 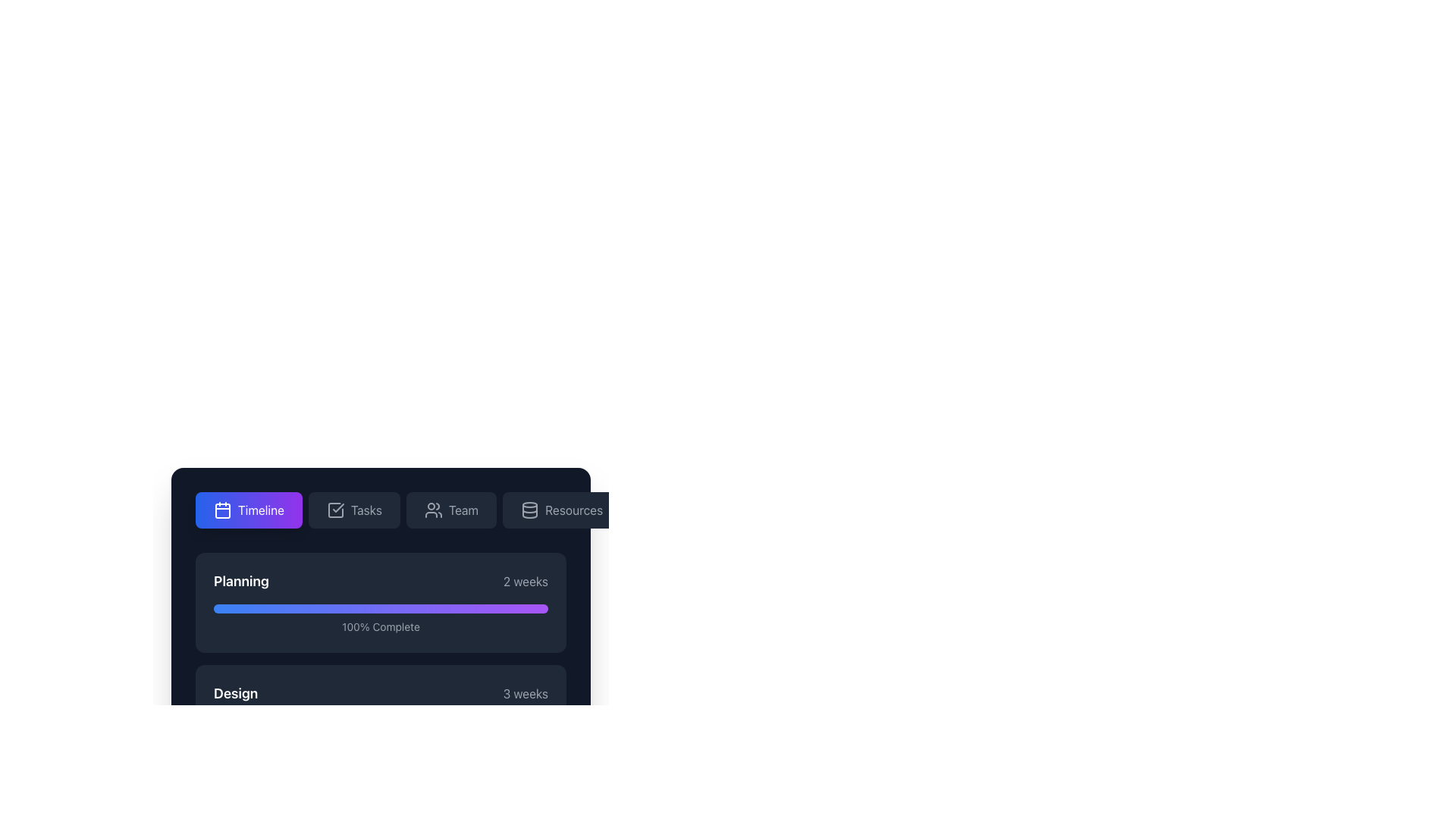 I want to click on the 'Team' button, which is a rectangular button with rounded corners located in the horizontal menu bar, so click(x=450, y=510).